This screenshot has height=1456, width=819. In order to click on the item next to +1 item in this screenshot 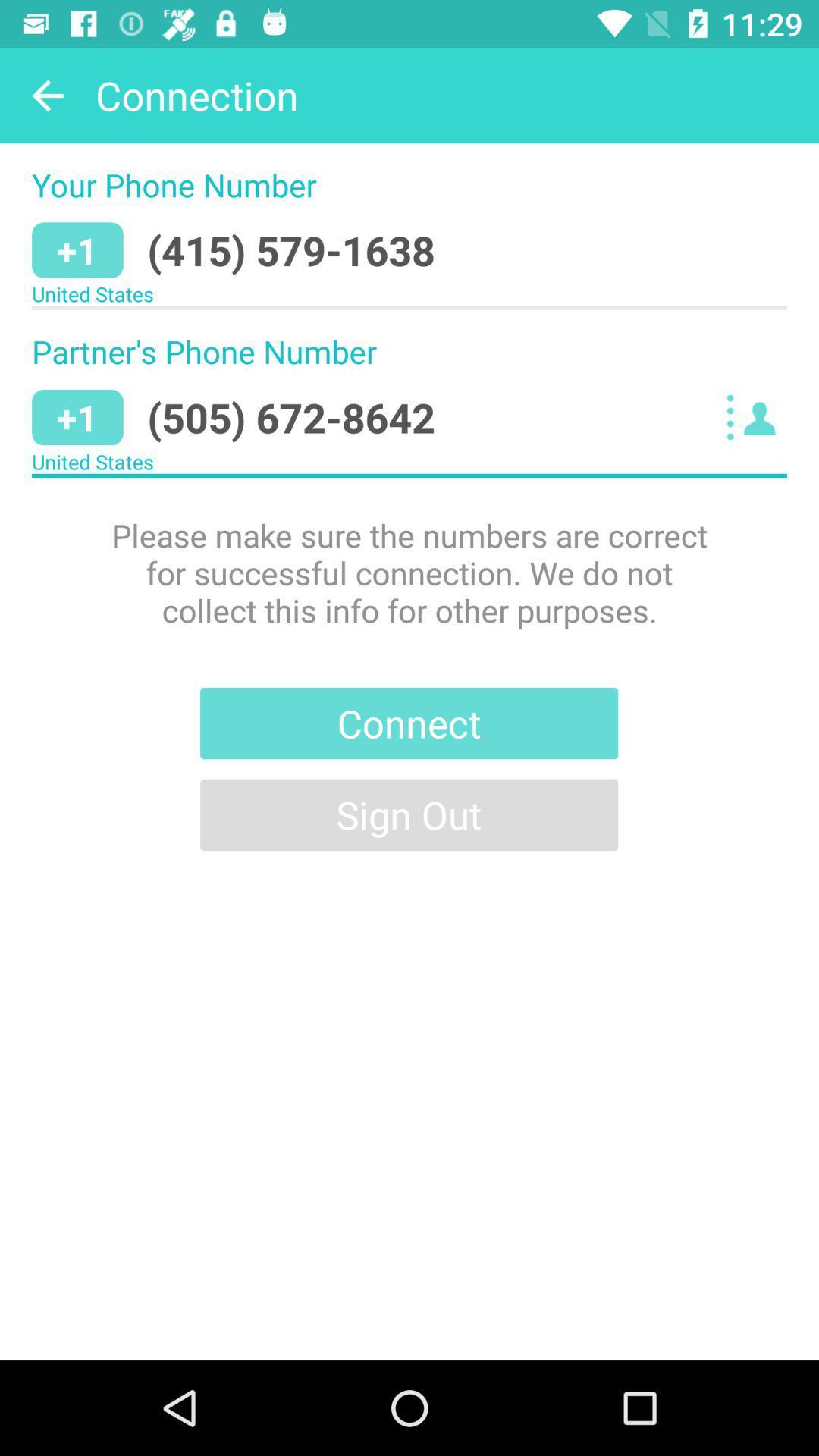, I will do `click(291, 417)`.